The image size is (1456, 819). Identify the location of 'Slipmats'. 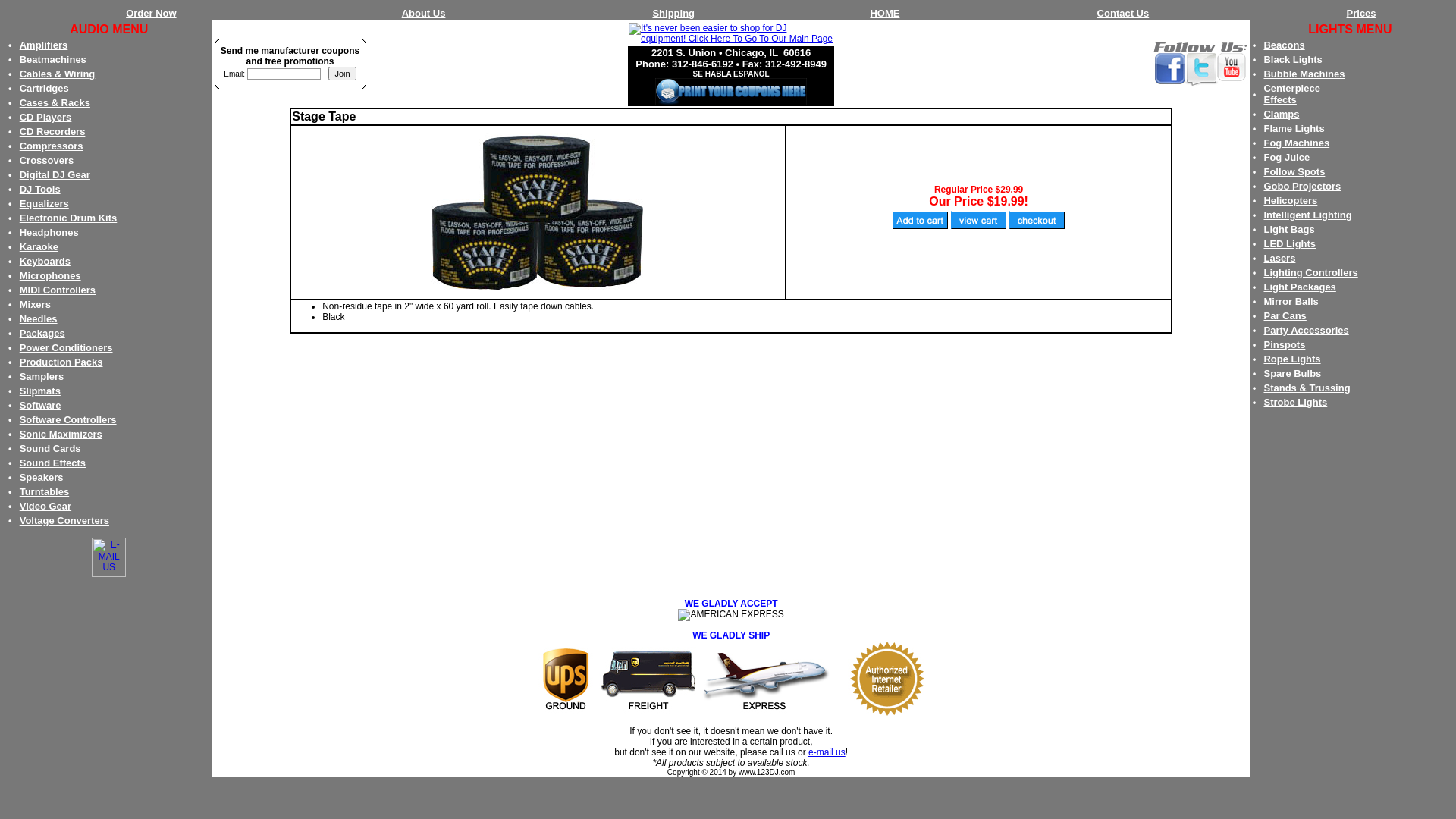
(19, 390).